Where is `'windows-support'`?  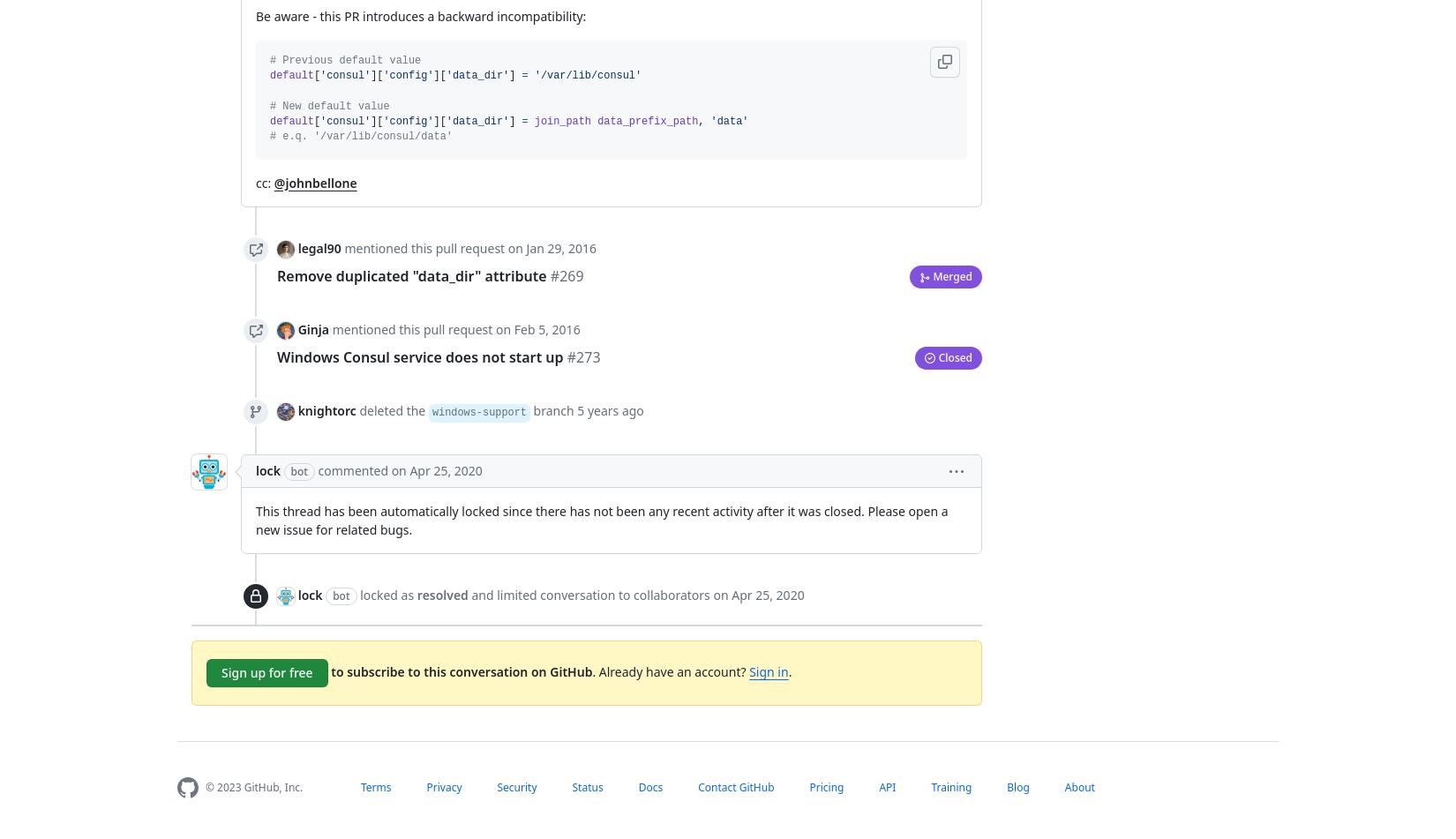 'windows-support' is located at coordinates (477, 412).